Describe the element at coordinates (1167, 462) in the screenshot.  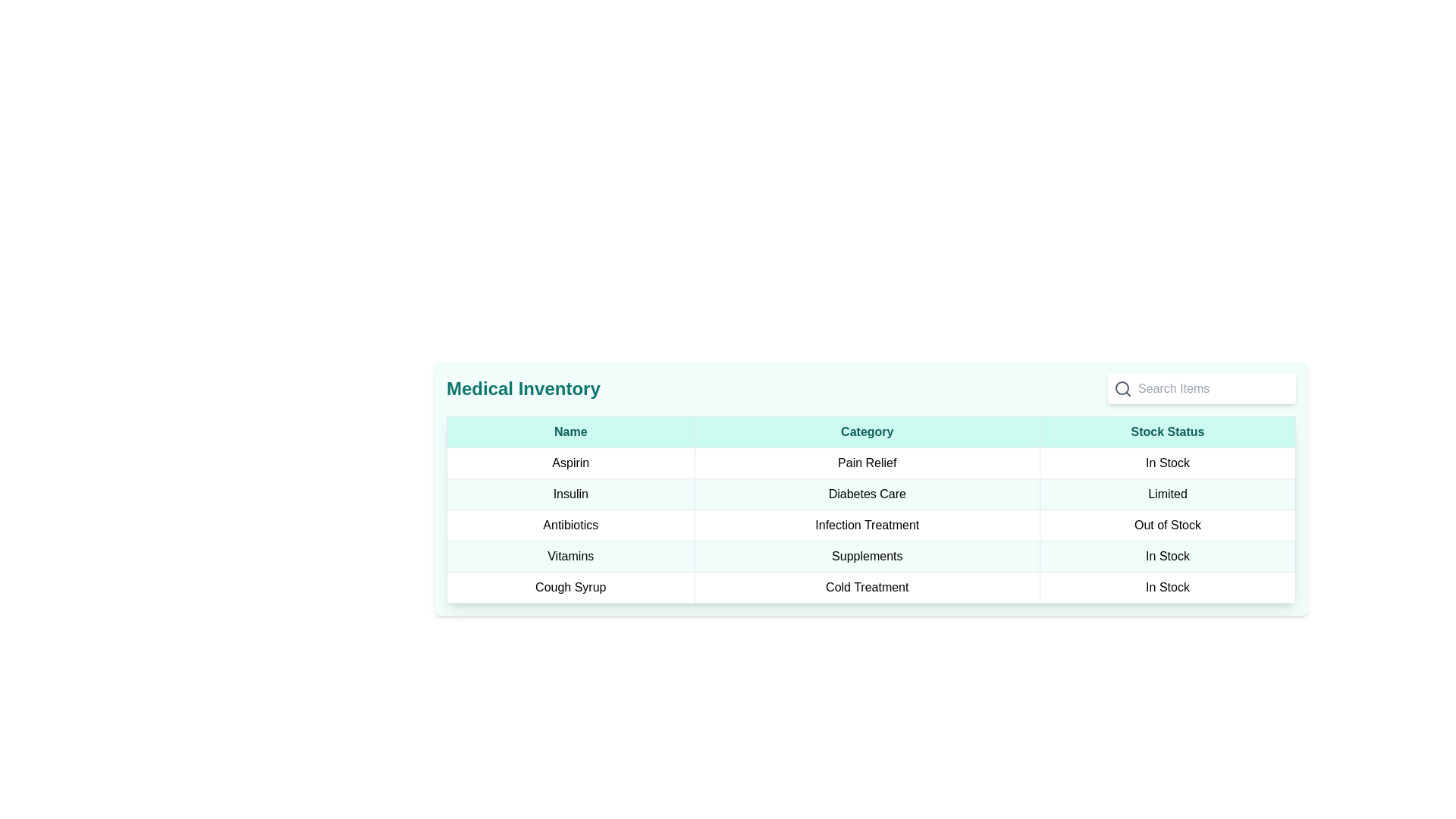
I see `the 'In Stock' text block, which is the third column in the first row of the table under the 'Stock Status' column, bordered by 'Pain Relief' on the left` at that location.